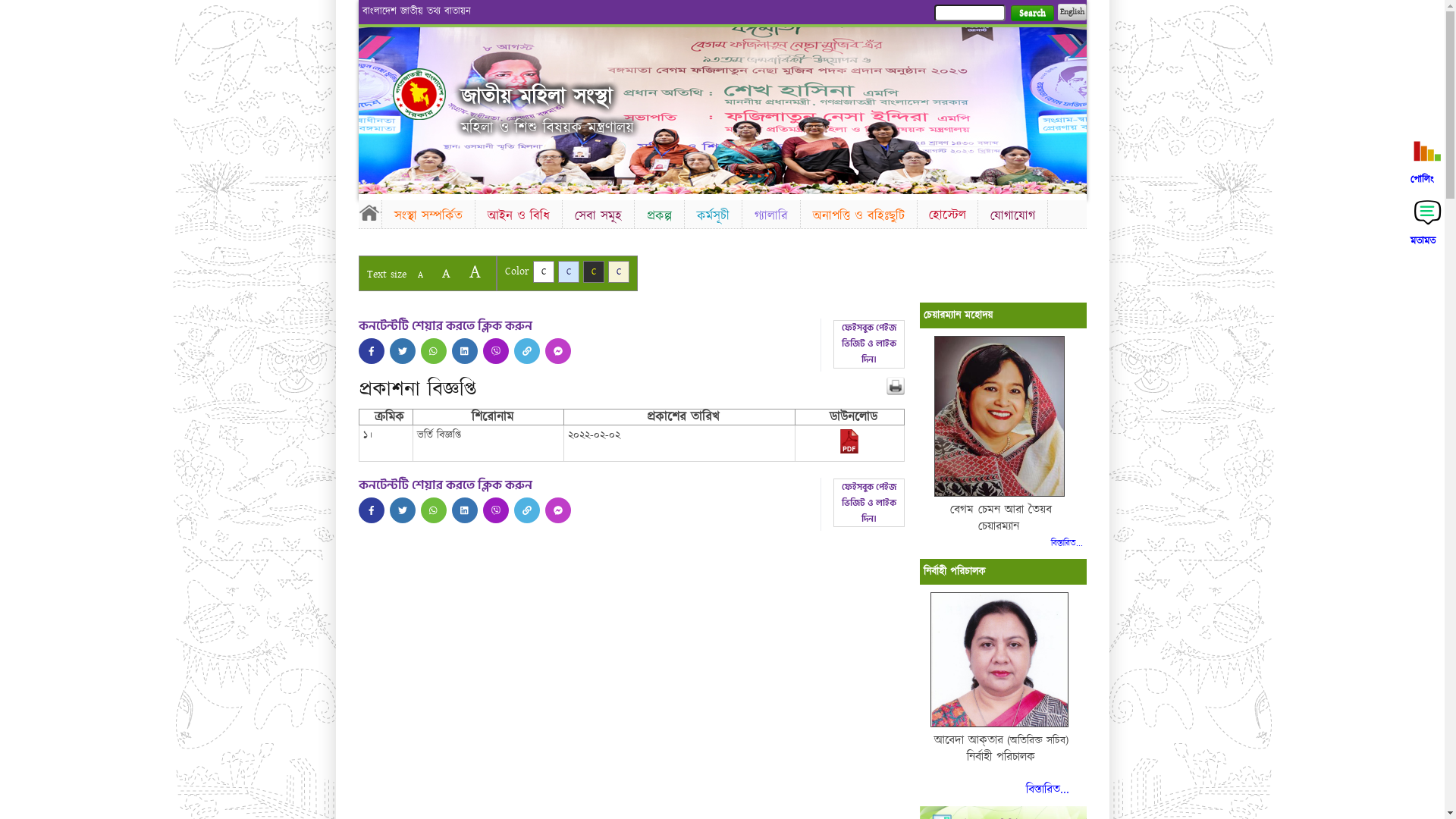 The height and width of the screenshot is (819, 1456). Describe the element at coordinates (592, 271) in the screenshot. I see `'C'` at that location.